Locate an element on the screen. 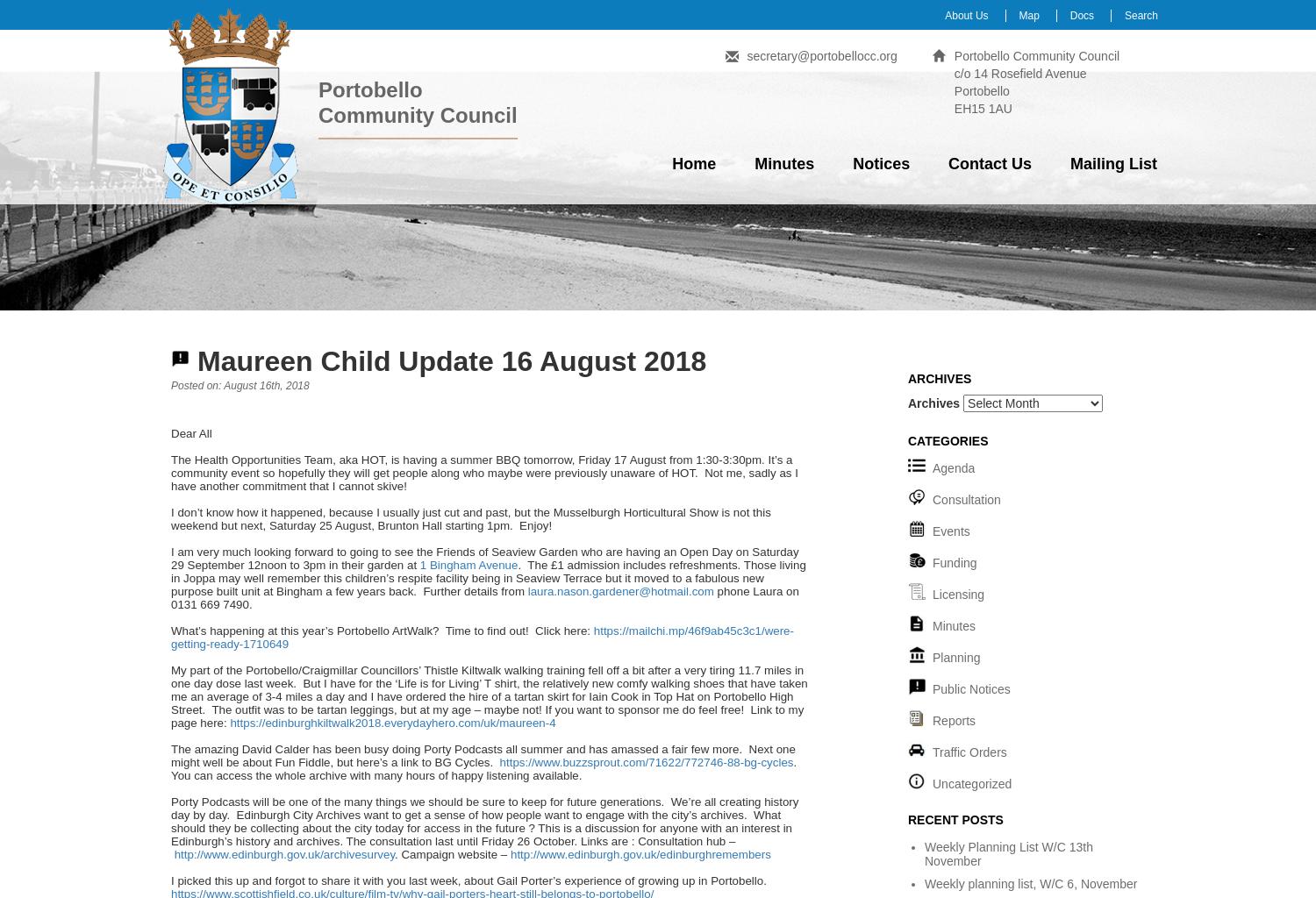 The image size is (1316, 898). 'My part of the Portobello/Craigmillar Councillors’ Thistle Kiltwalk walking training fell off a bit after a very tiring 11.7 miles in one day dose last week.  But I have for the ‘Life is for Living’  T shirt, the relatively new comfy walking shoes that have taken me an average of 3-4 miles a day and I have ordered the hire of a tartan skirt for Iain Cook in Top Hat on Portobello High Street.  The outfit was to be tartan leggings, but at my age – maybe  not! If you want to sponsor me do feel free!  Link to my page here:' is located at coordinates (489, 696).